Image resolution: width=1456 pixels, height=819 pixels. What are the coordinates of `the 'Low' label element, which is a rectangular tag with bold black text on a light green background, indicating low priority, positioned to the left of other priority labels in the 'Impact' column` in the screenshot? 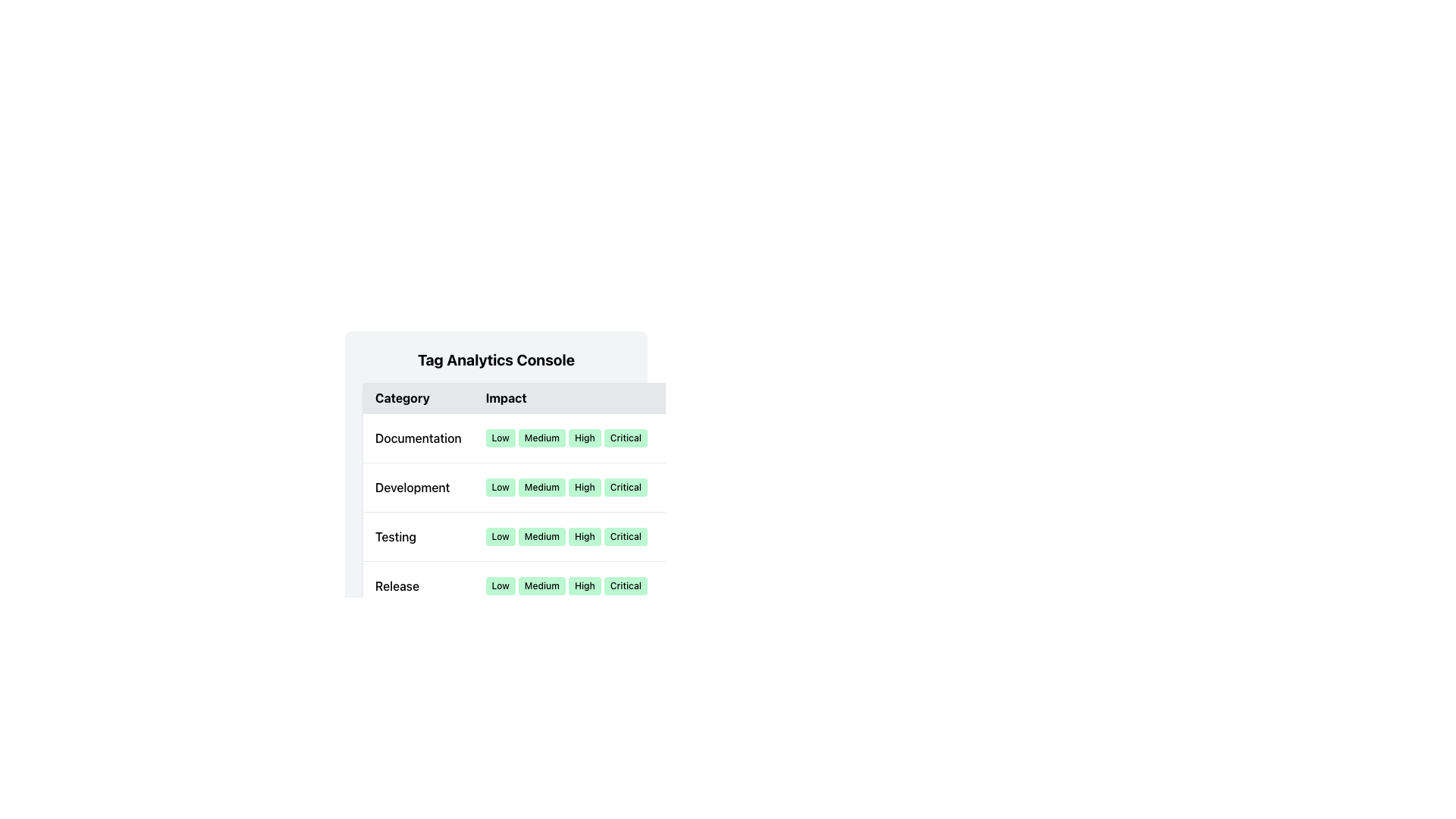 It's located at (500, 585).